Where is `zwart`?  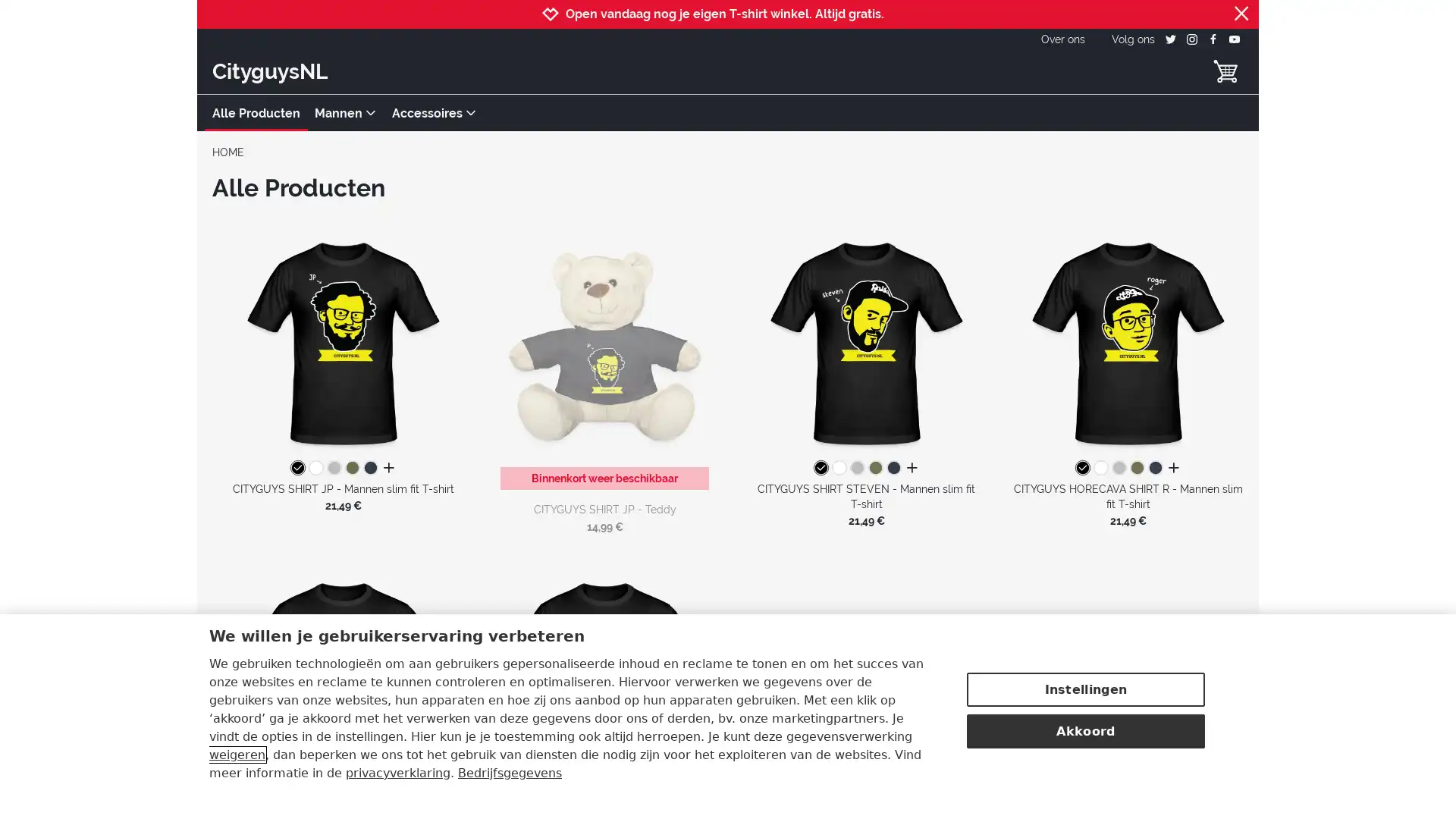 zwart is located at coordinates (297, 468).